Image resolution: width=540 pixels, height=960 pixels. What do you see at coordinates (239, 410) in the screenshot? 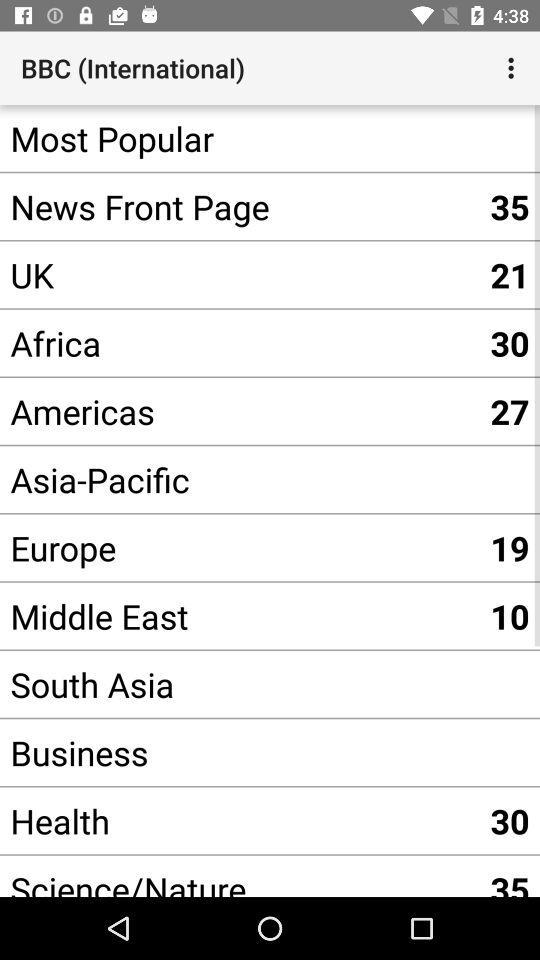
I see `the item below 30 item` at bounding box center [239, 410].